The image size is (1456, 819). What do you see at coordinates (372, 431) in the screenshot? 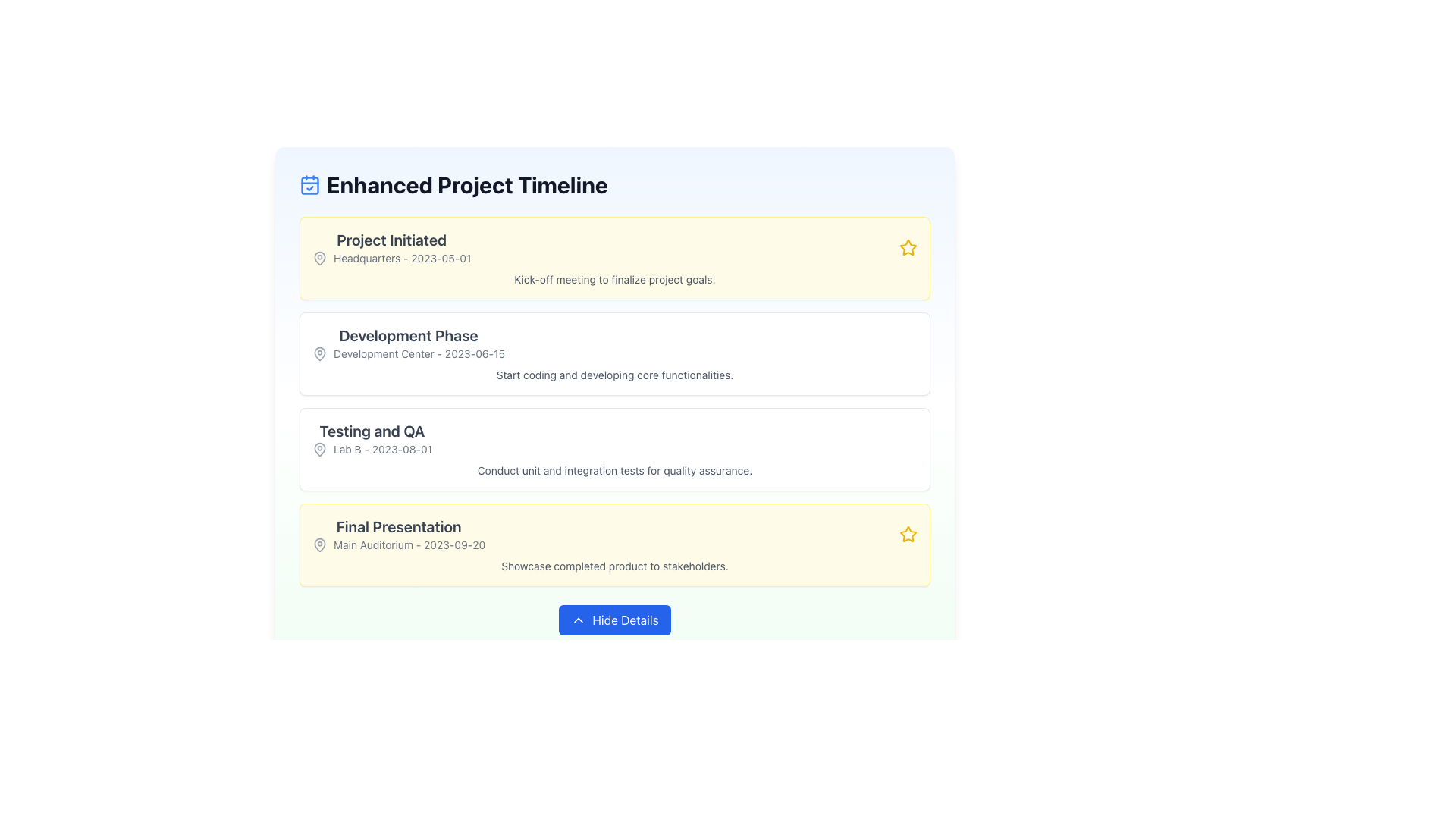
I see `the text label element that serves as a section header for the project timeline, positioned above 'Lab B - 2023-08-01'` at bounding box center [372, 431].